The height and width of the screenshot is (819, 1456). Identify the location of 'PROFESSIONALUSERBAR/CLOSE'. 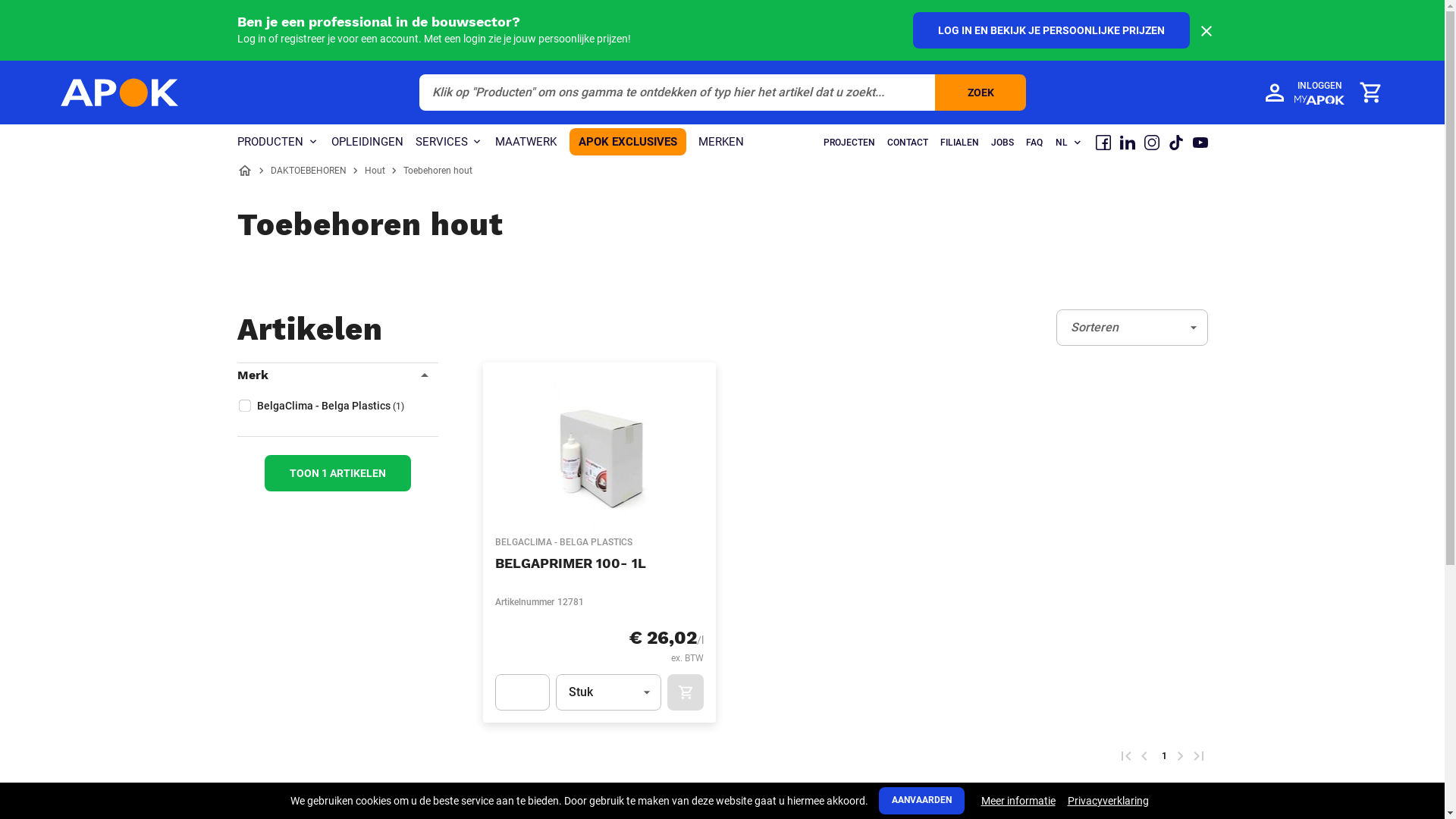
(1204, 31).